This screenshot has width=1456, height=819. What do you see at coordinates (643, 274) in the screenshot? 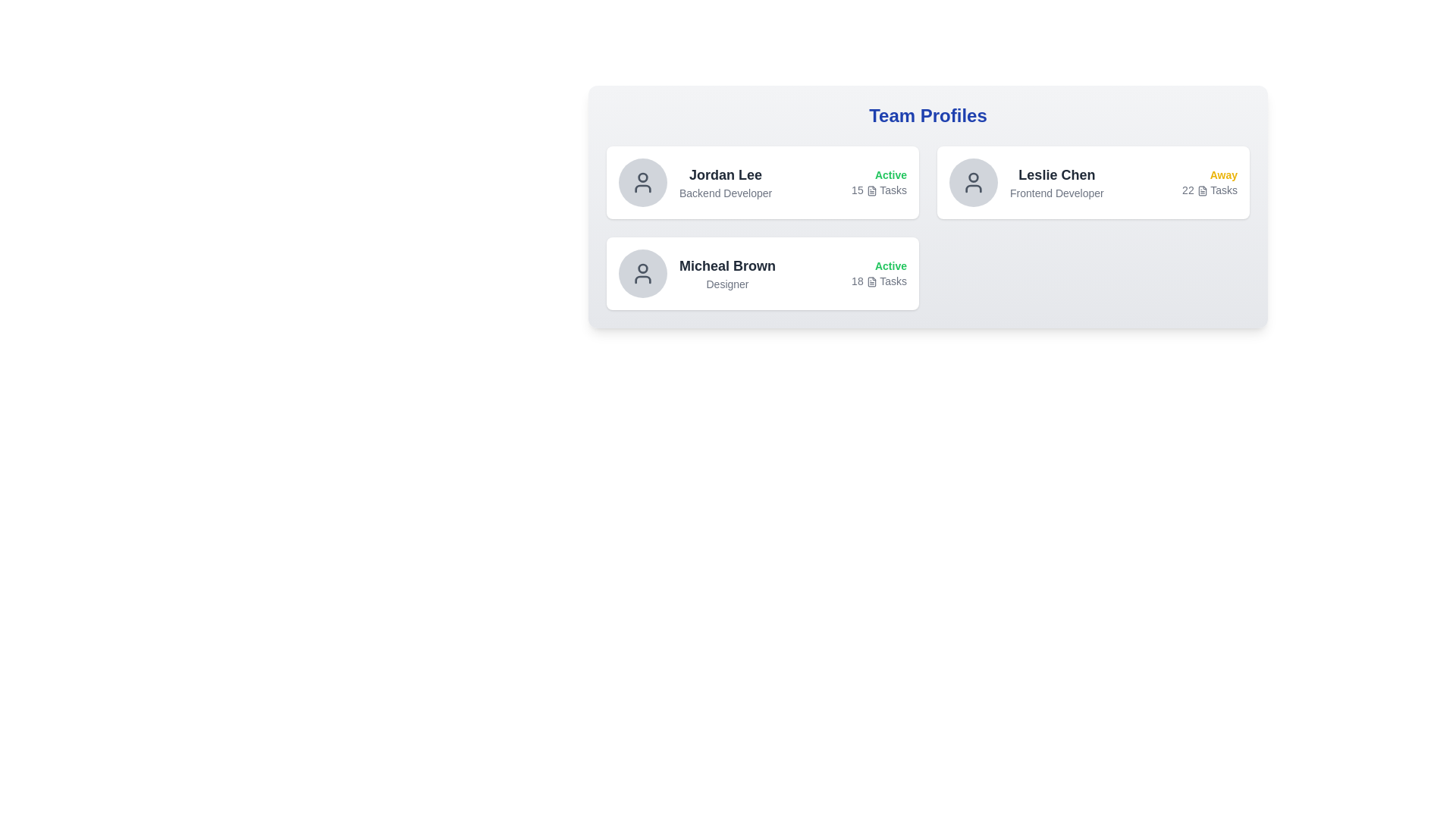
I see `the circular avatar placeholder with a light gray background that contains a user icon, positioned to the left of the text 'Micheal Brown' and 'Designer' in the second entry of the team profiles list` at bounding box center [643, 274].